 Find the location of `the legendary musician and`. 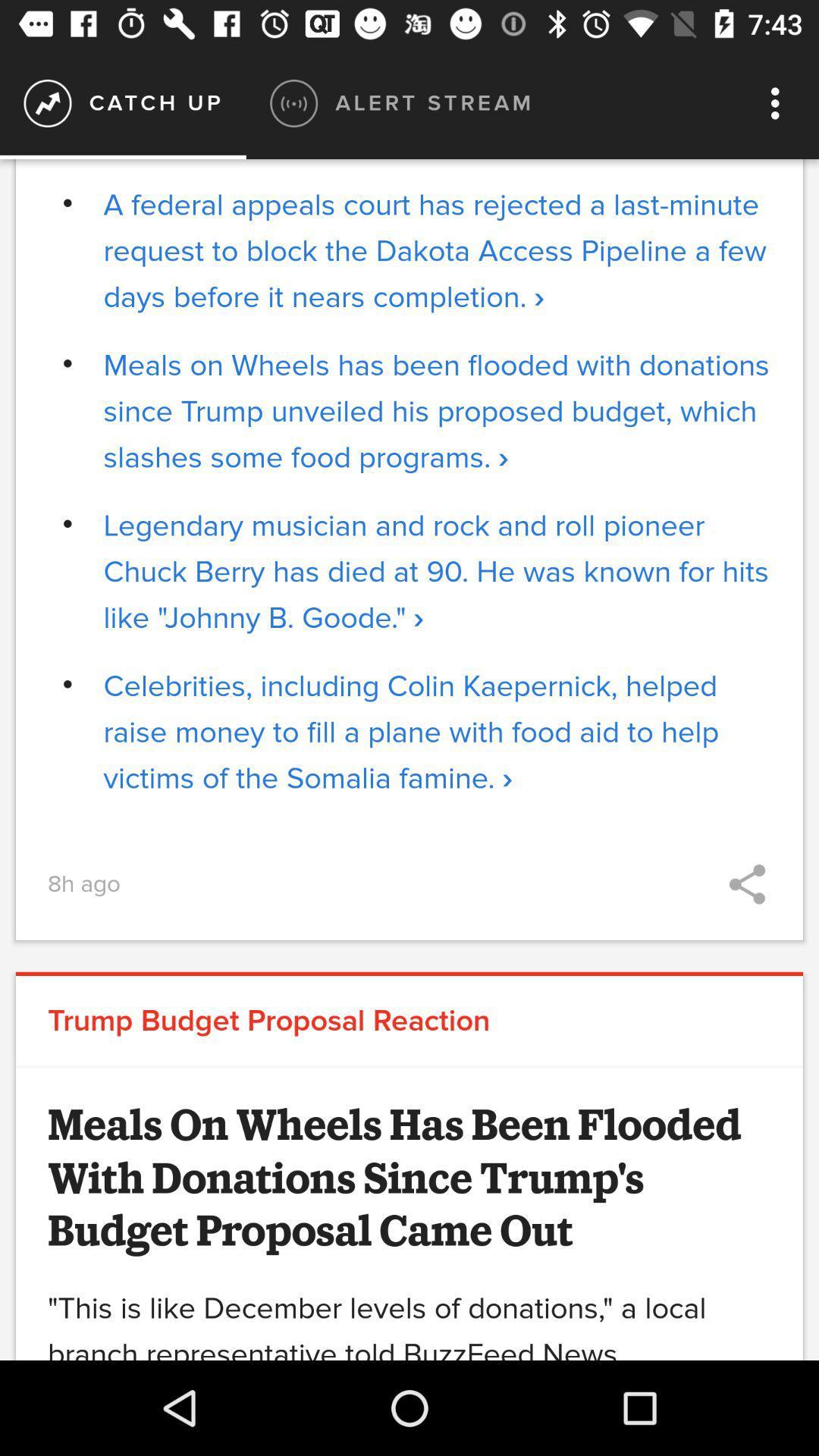

the legendary musician and is located at coordinates (437, 571).